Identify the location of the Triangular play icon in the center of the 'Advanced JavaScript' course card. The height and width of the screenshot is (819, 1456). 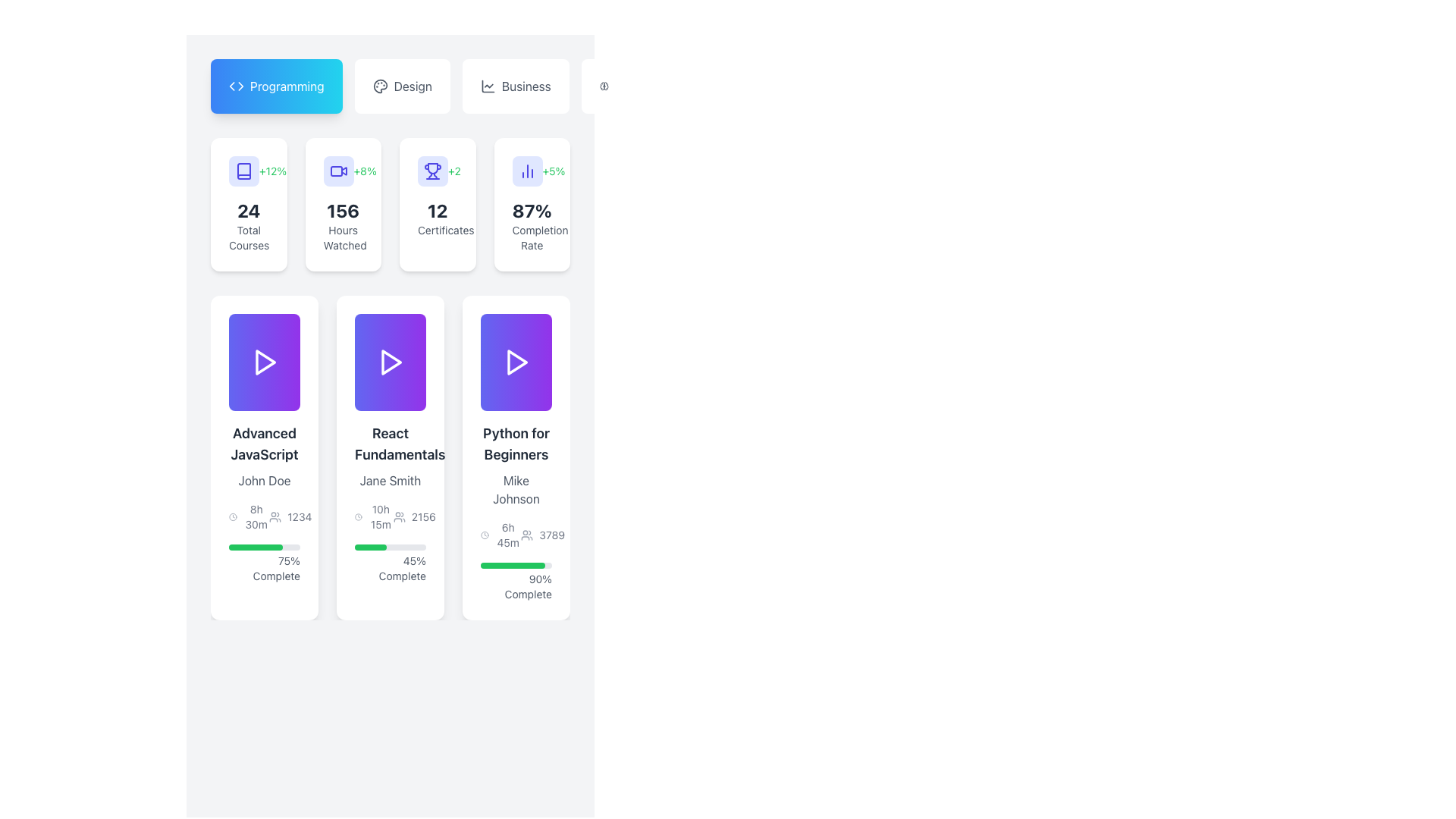
(265, 362).